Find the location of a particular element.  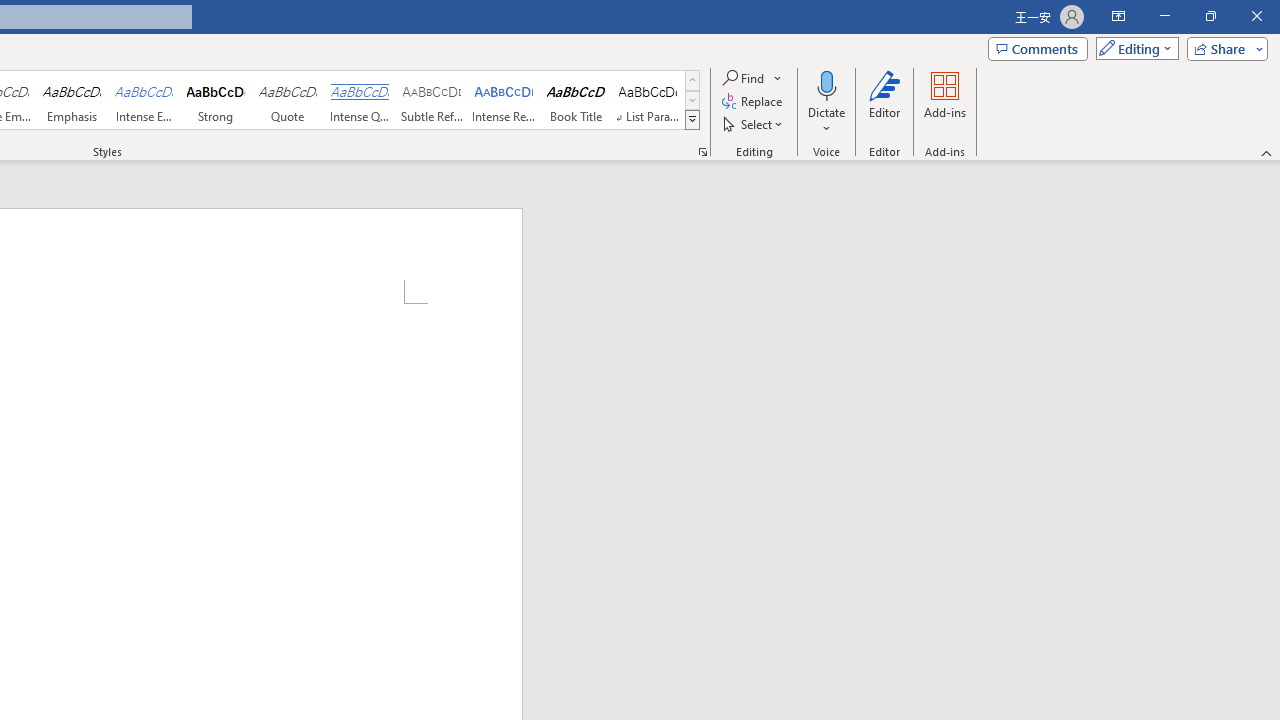

'Dictate' is located at coordinates (826, 84).